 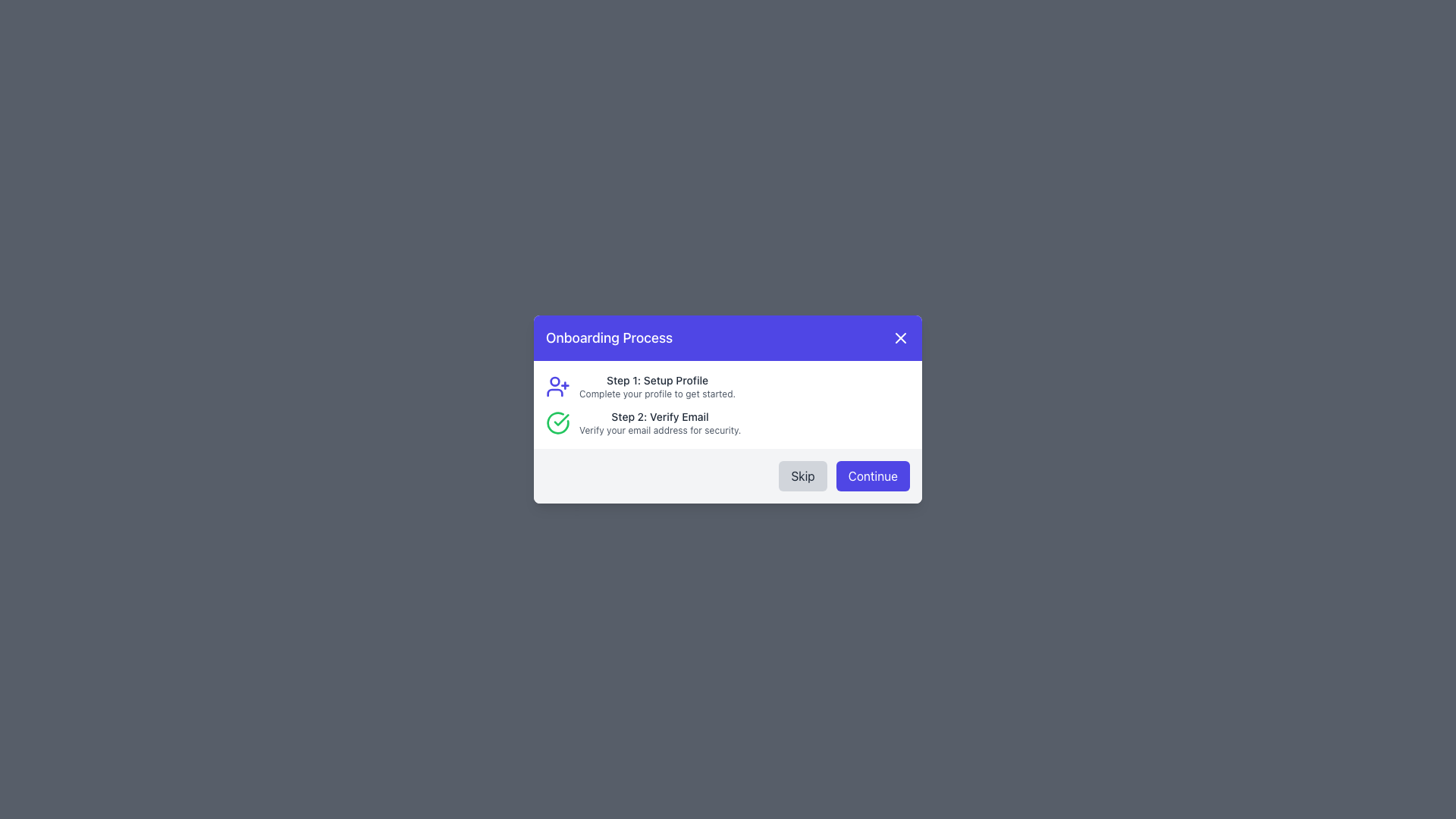 What do you see at coordinates (728, 403) in the screenshot?
I see `the Informative Section that guides the user through the two-step onboarding process, located below the title 'Onboarding Process'` at bounding box center [728, 403].